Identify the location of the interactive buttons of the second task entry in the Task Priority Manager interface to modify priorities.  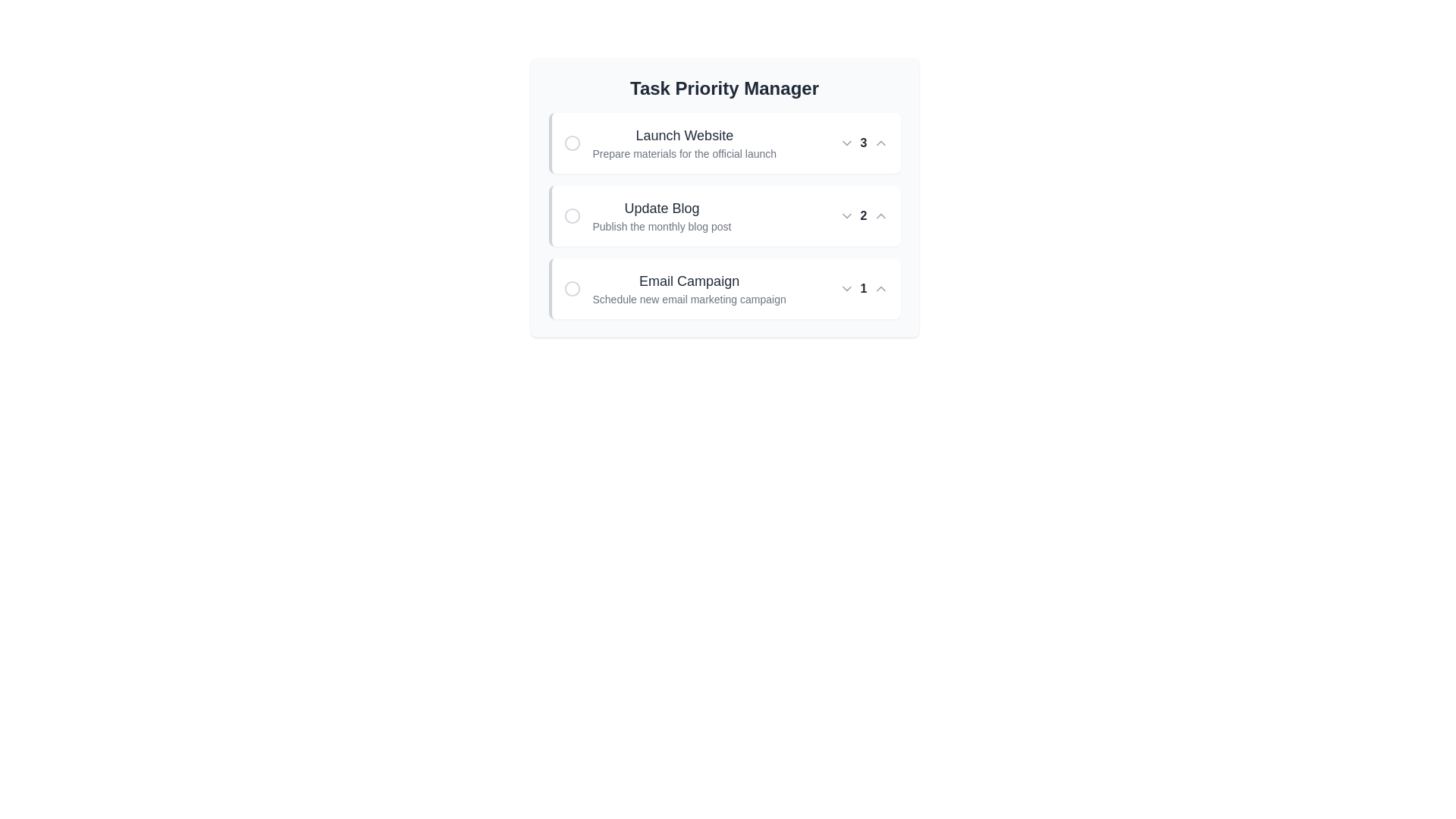
(723, 197).